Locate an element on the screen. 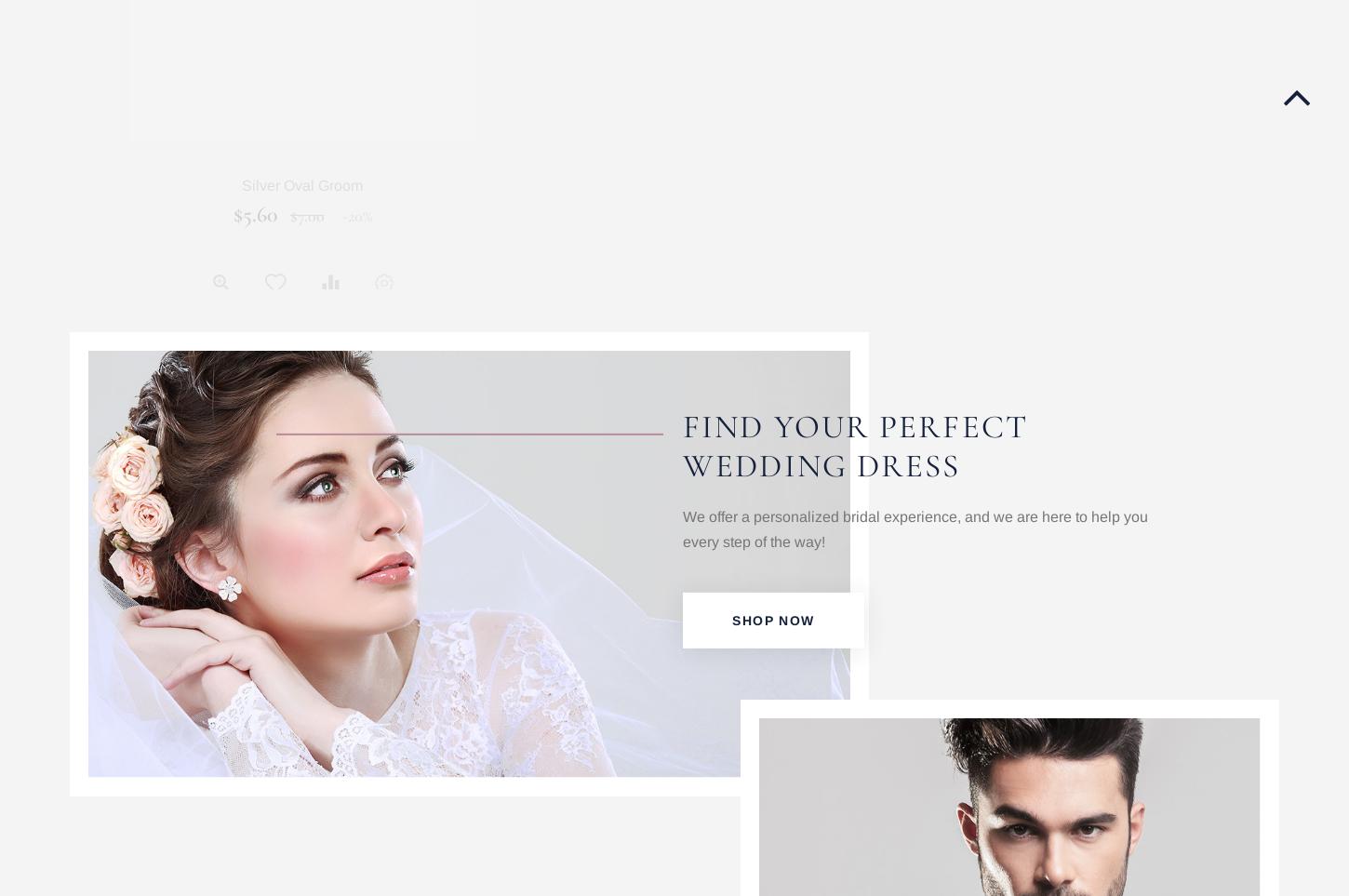  '$500.00' is located at coordinates (1061, 215).